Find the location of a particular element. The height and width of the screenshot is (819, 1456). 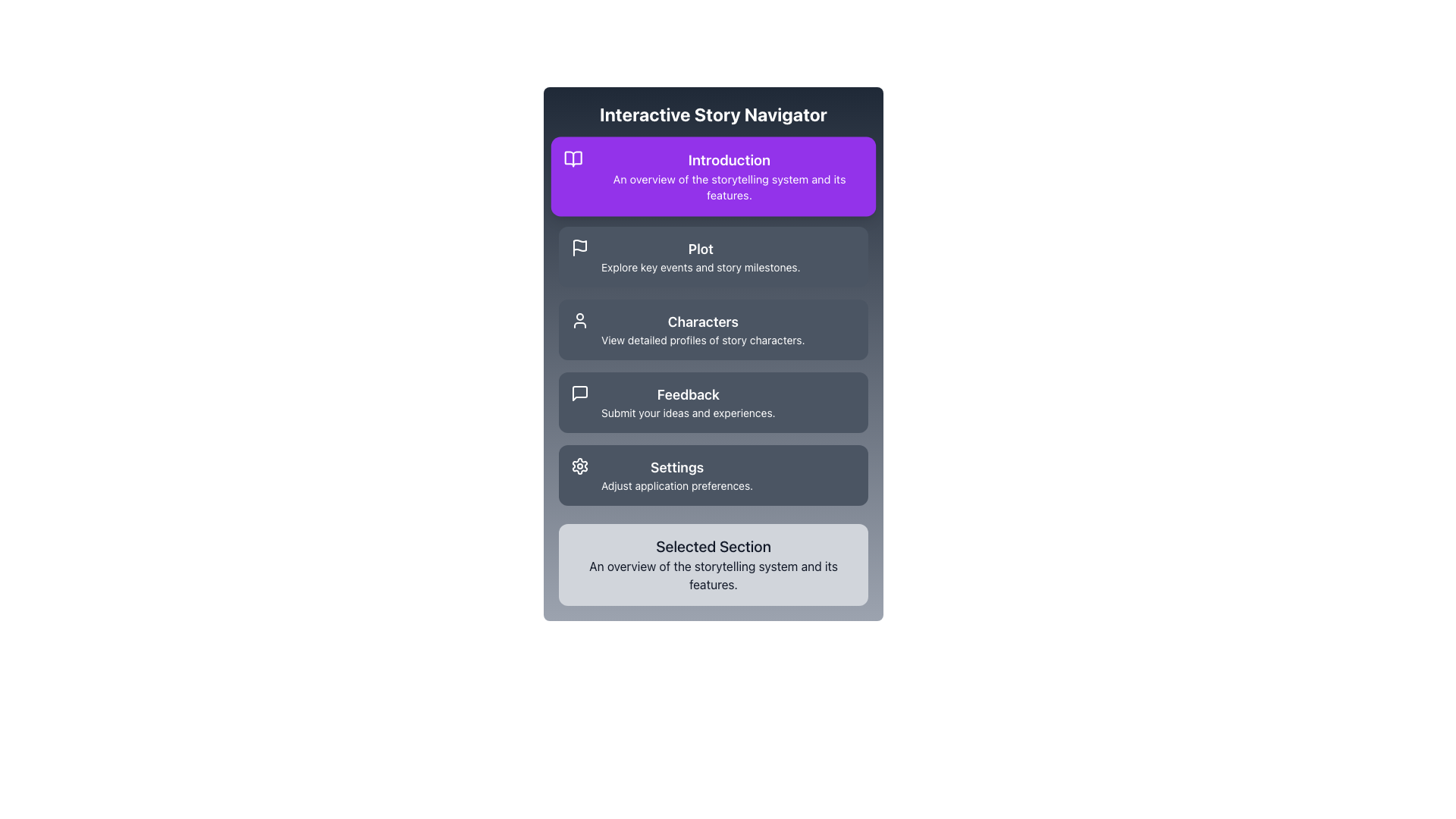

the Text label located under the 'Plot' header in the navigation menu, which provides additional description and context about the 'Plot' section is located at coordinates (700, 267).